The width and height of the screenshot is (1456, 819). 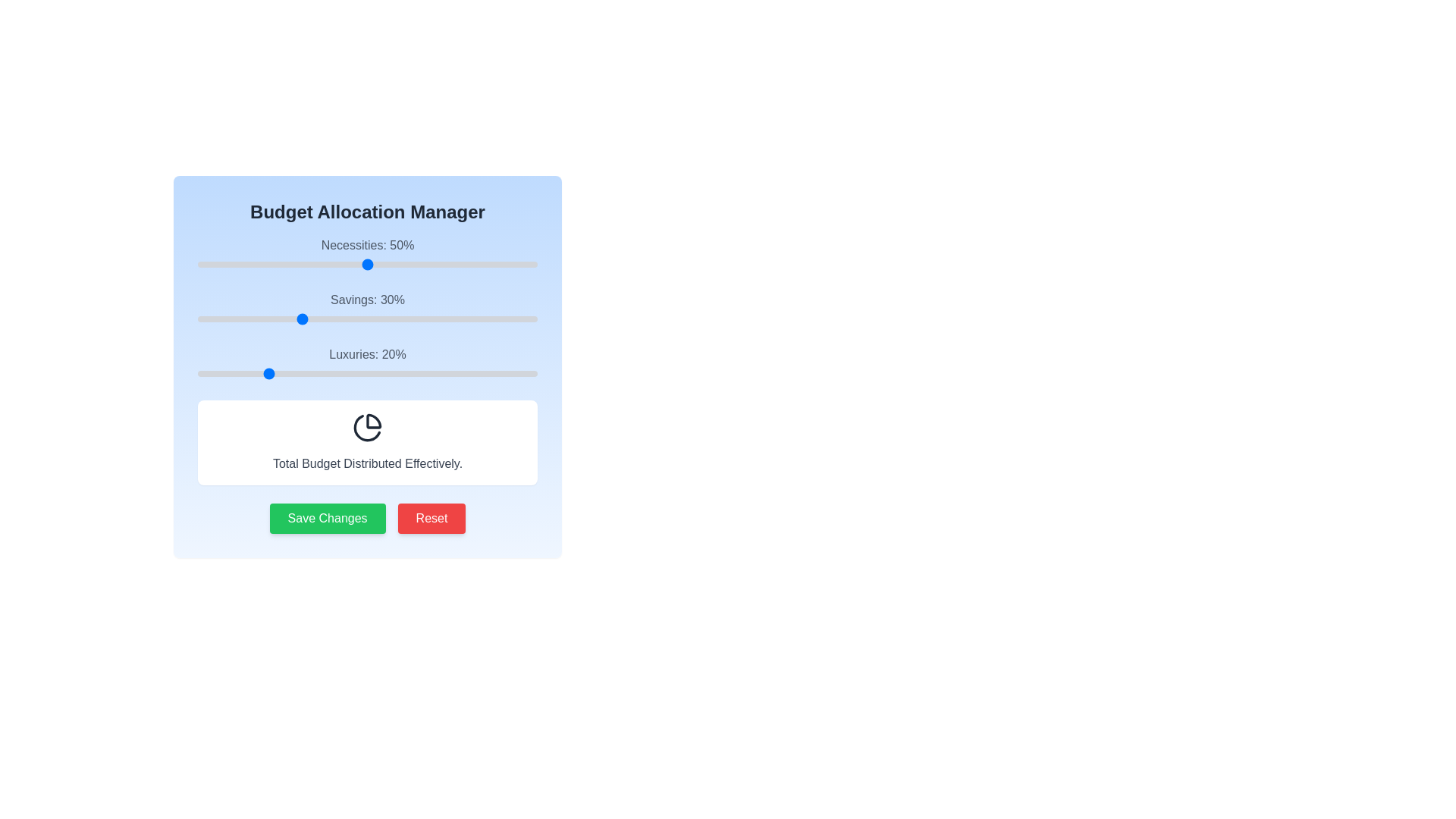 I want to click on the 'Necessities' slider, so click(x=493, y=263).